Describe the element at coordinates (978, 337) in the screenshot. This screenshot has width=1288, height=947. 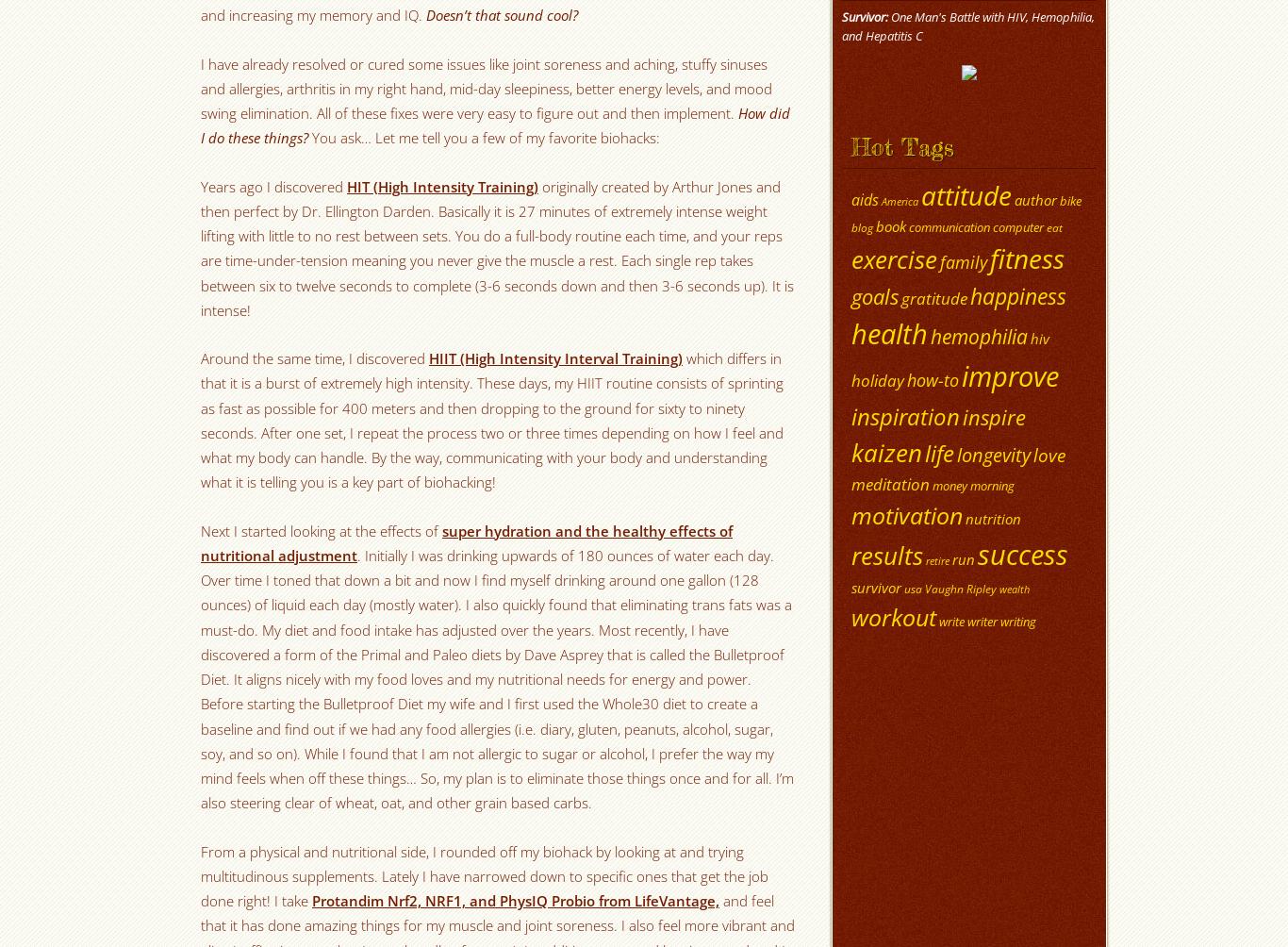
I see `'hemophilia'` at that location.